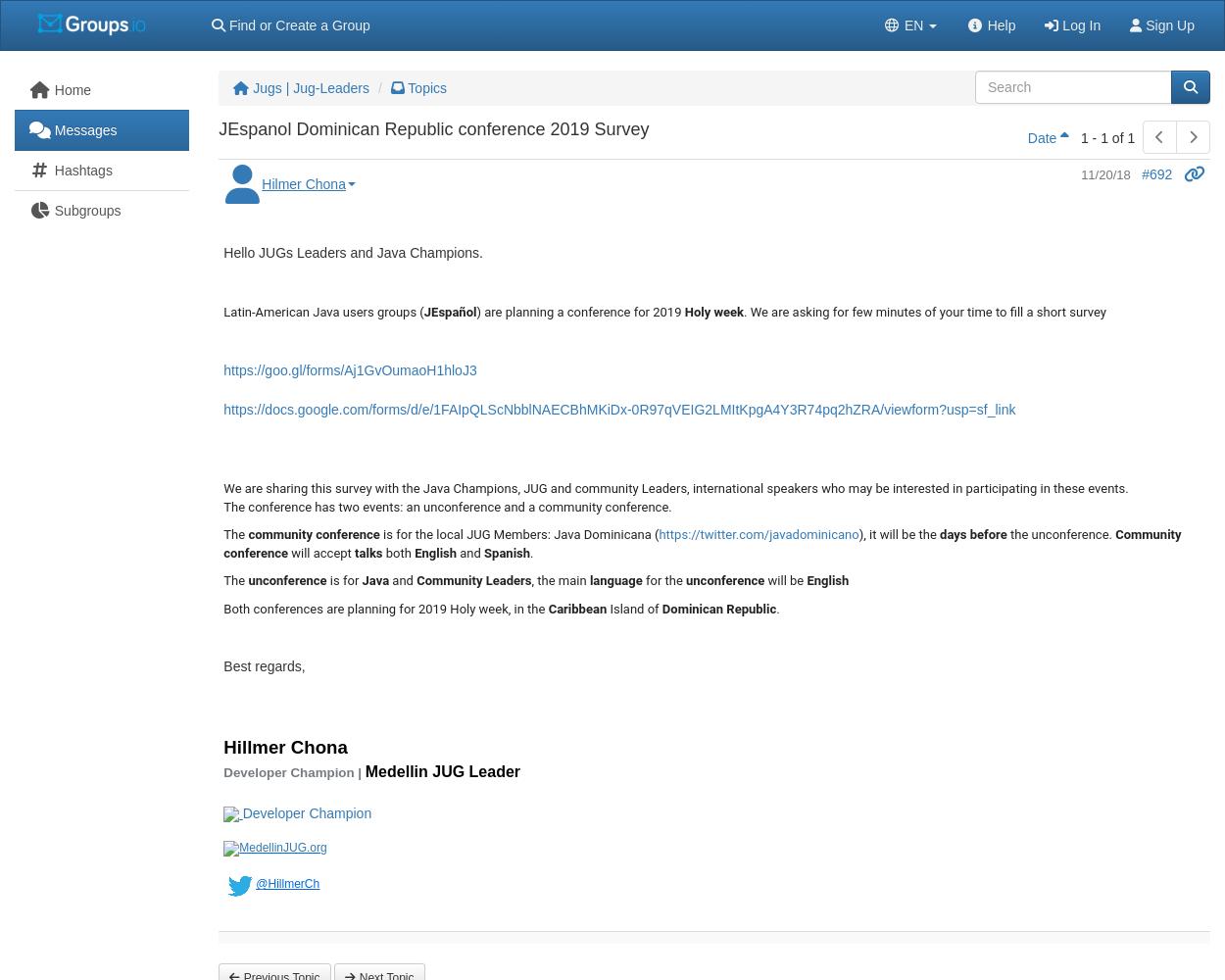 This screenshot has width=1225, height=980. I want to click on 'Find or Create a Group', so click(297, 25).